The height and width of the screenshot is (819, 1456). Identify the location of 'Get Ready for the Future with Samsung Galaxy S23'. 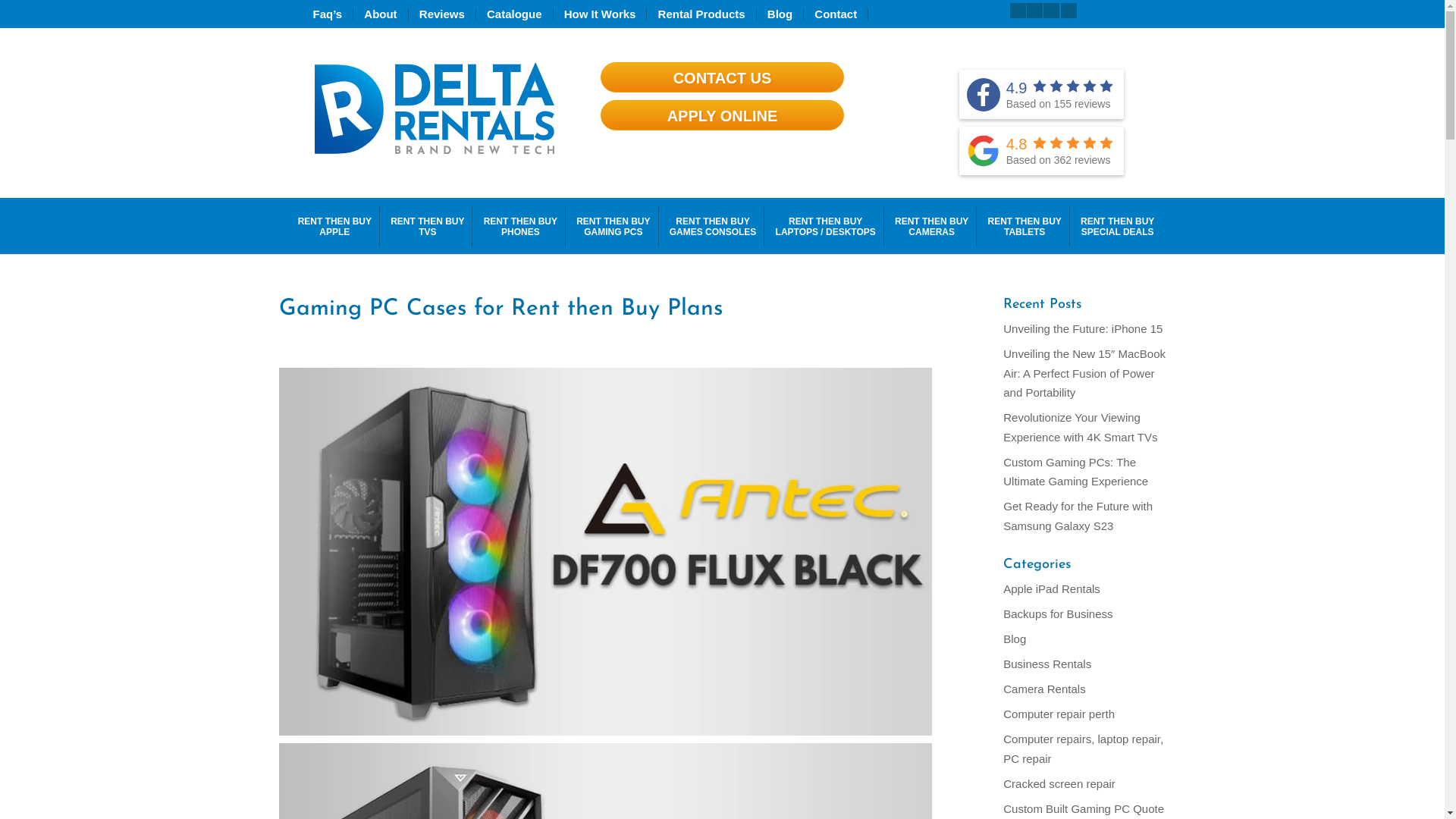
(1077, 515).